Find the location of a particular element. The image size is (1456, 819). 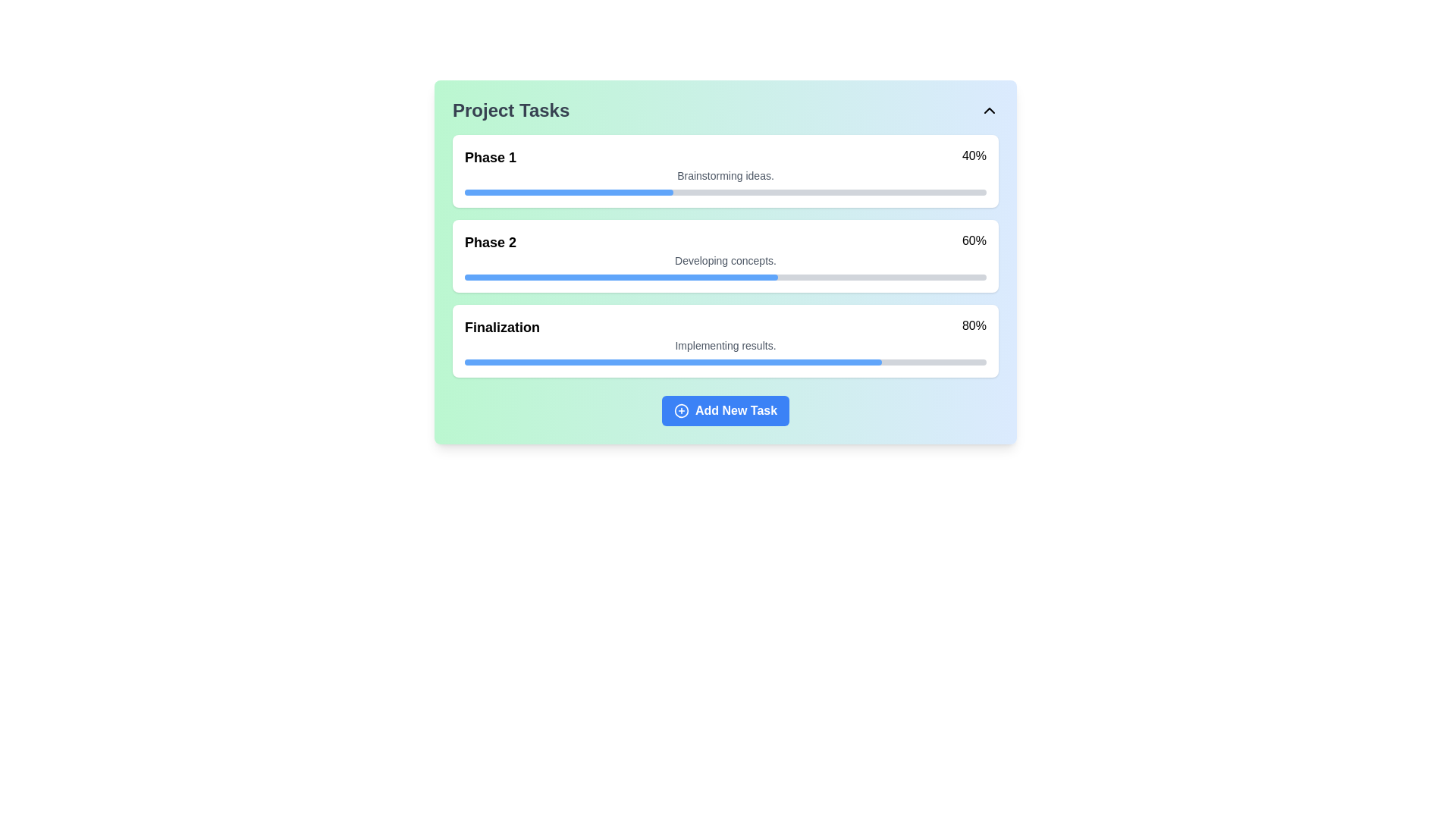

textual information from the description element located below the 'Phase 1' title and above the progress bar in the card for 'Phase 1' is located at coordinates (724, 174).